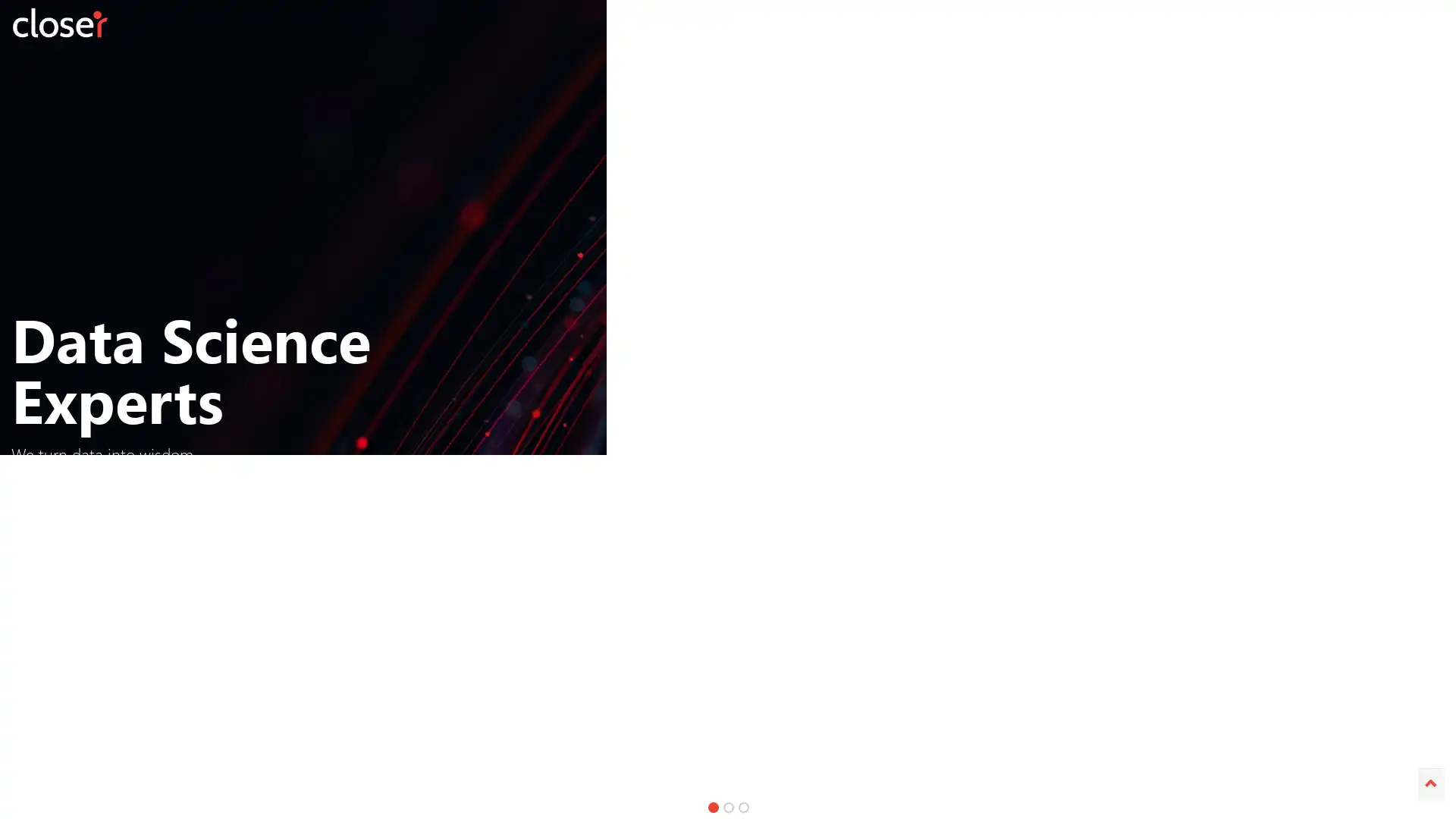 The height and width of the screenshot is (819, 1456). I want to click on 3, so click(743, 806).